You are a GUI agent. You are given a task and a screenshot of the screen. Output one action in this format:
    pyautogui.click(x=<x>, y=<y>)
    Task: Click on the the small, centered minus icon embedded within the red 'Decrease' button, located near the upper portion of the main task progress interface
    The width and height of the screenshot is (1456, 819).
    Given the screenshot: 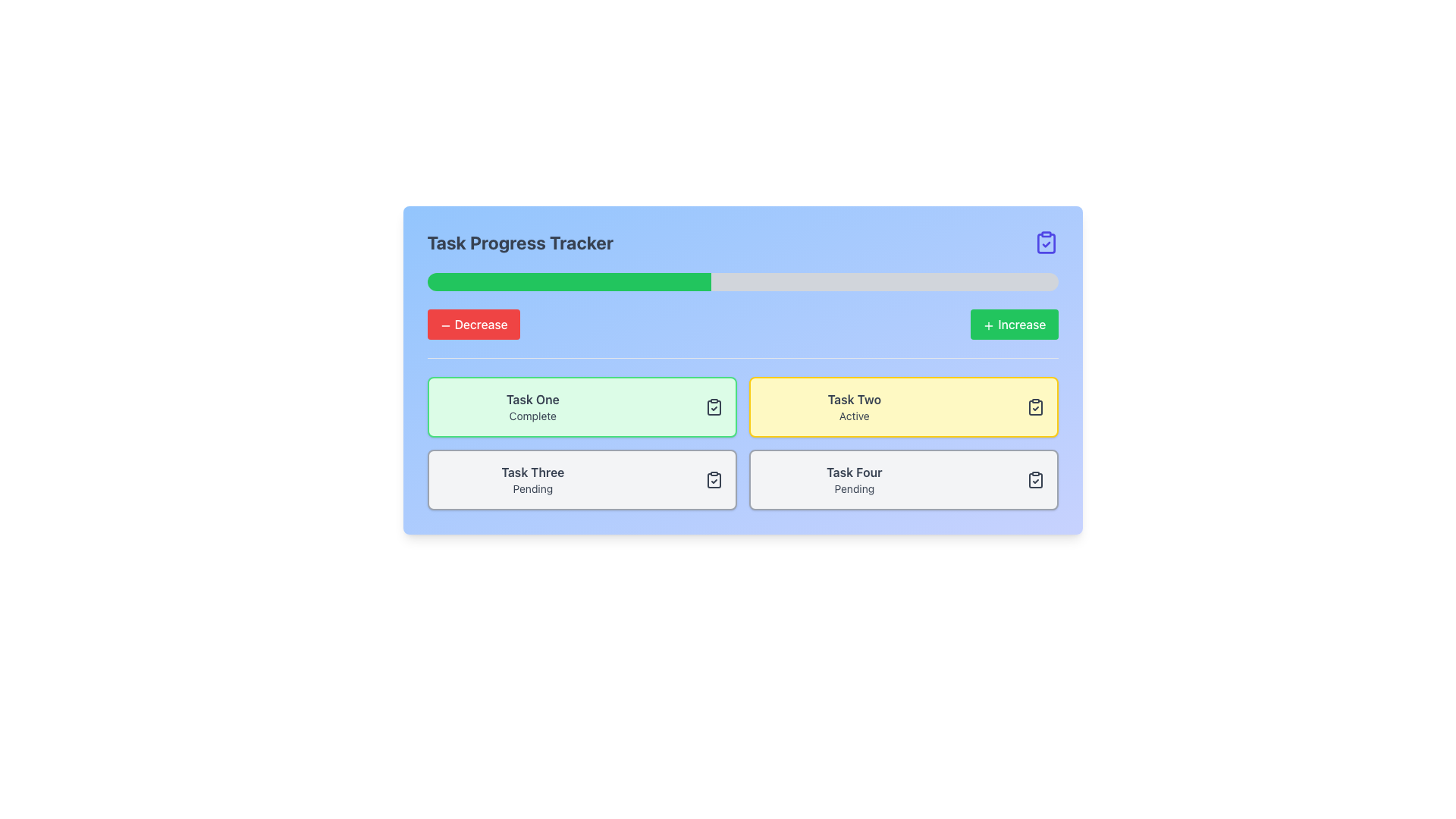 What is the action you would take?
    pyautogui.click(x=444, y=325)
    